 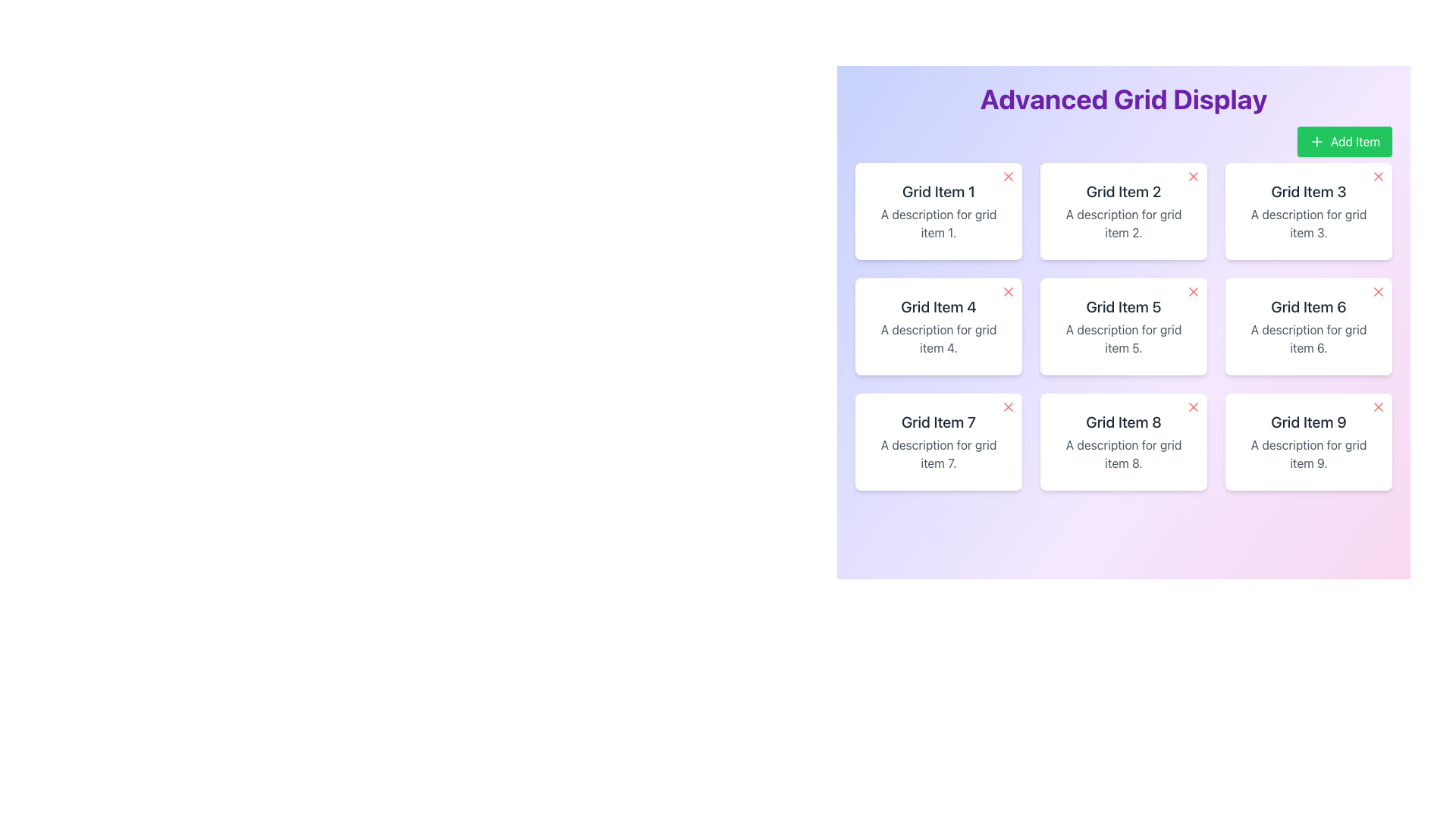 What do you see at coordinates (1379, 175) in the screenshot?
I see `the close button, which is a red 'X' icon located at the top-right corner of 'Grid Item 3', to trigger the hover color change effect` at bounding box center [1379, 175].